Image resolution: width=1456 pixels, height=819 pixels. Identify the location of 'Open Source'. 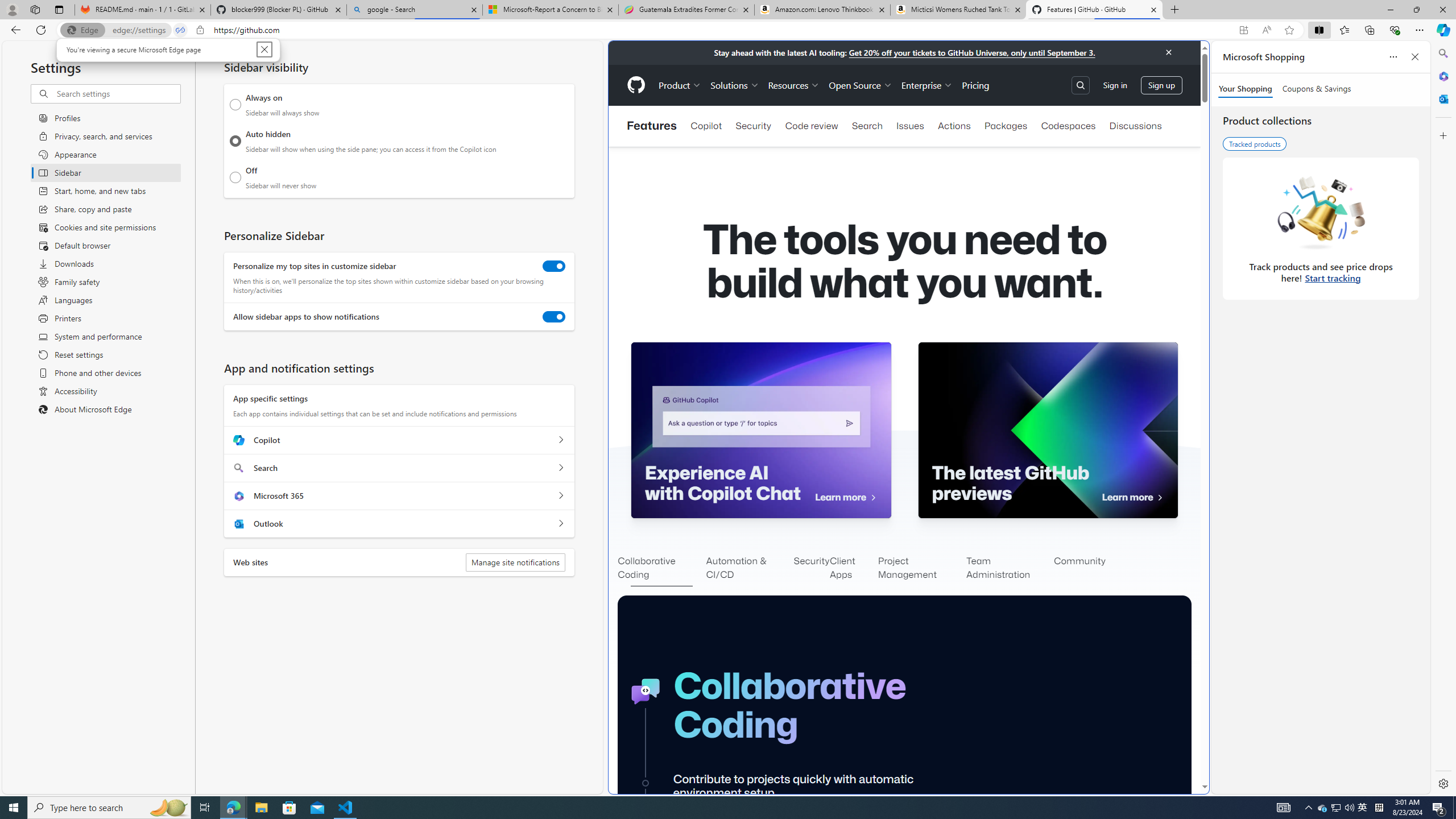
(860, 85).